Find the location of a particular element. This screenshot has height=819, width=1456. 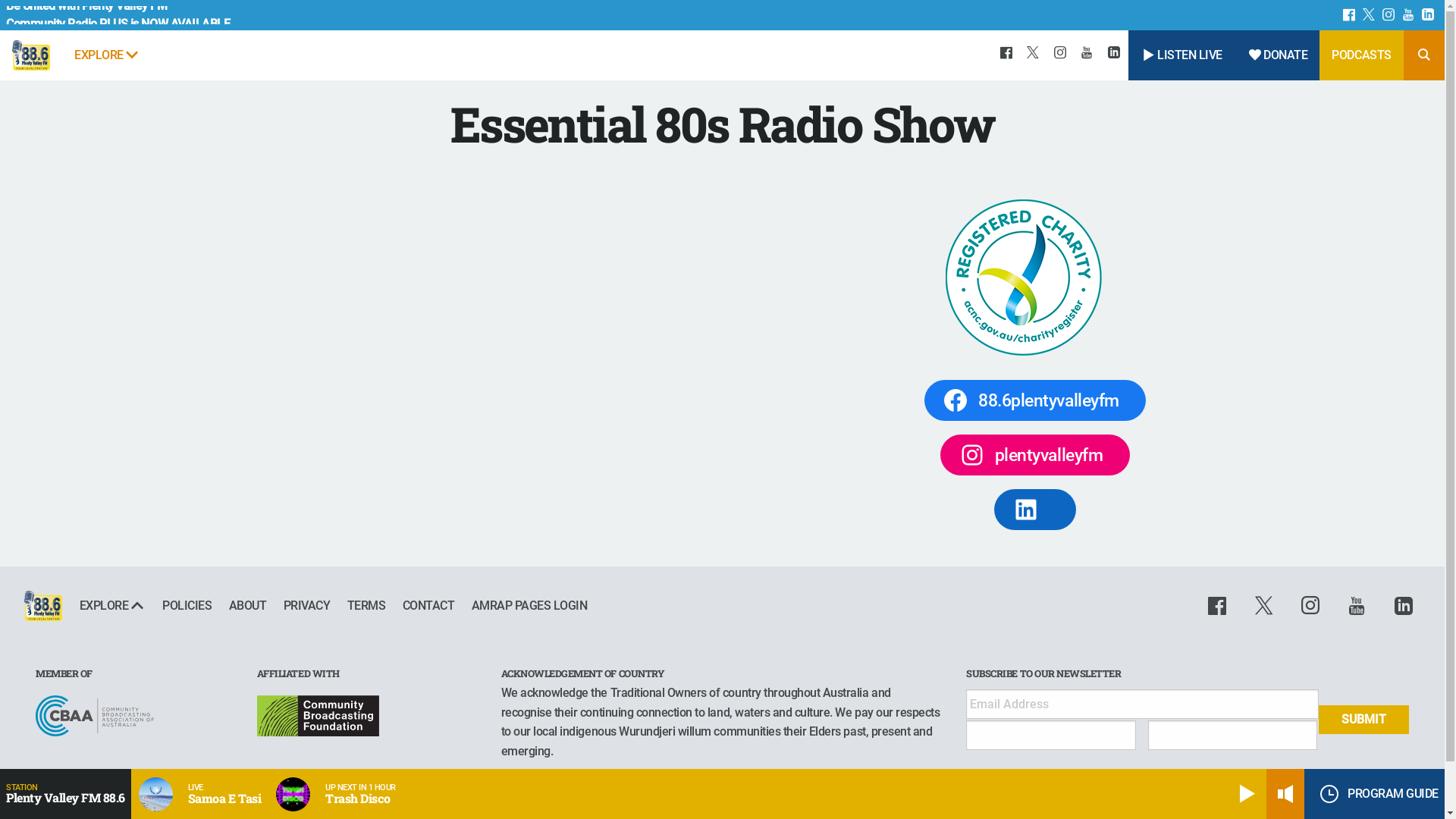

'CONTACT' is located at coordinates (427, 604).